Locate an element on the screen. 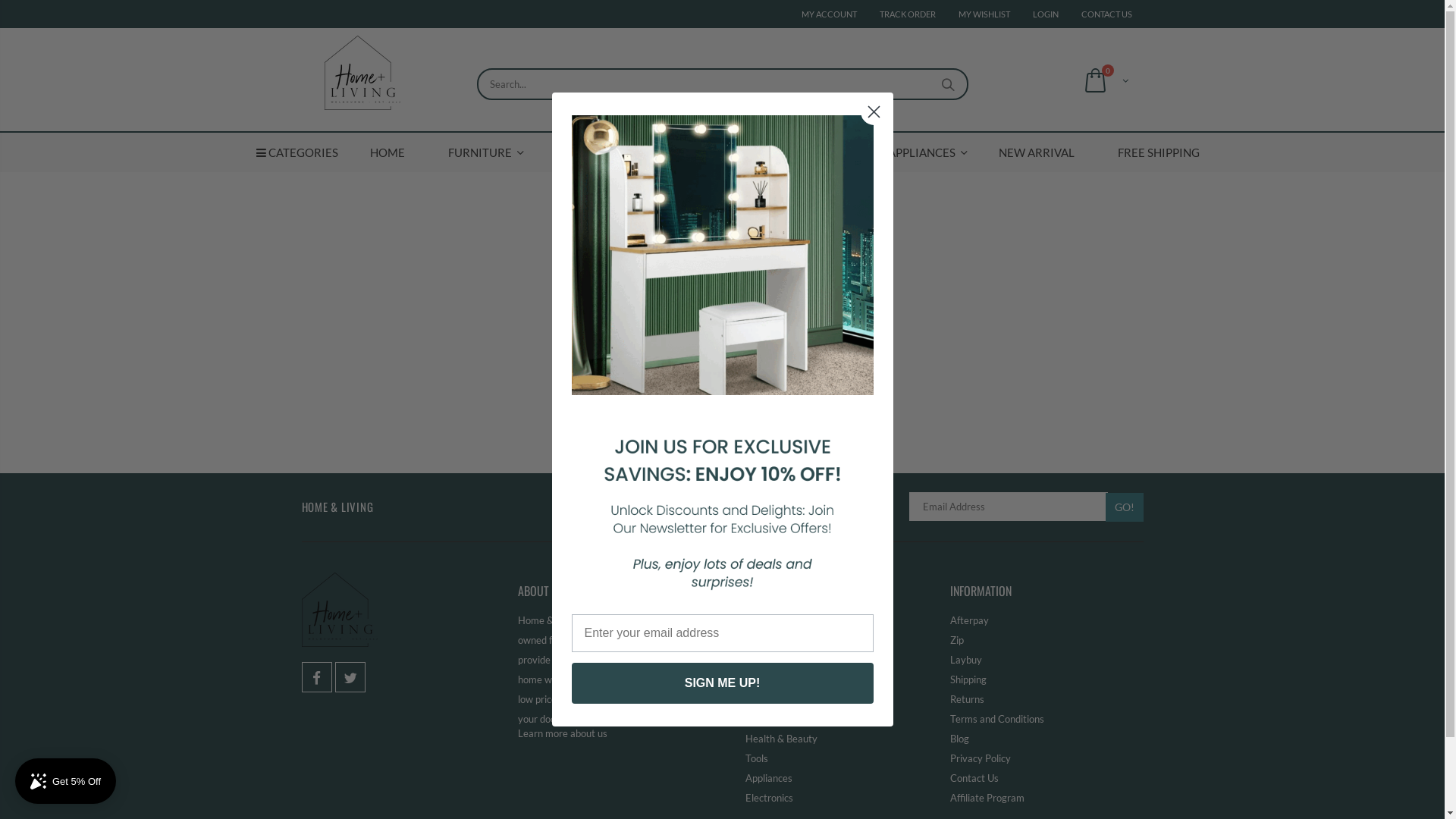 The height and width of the screenshot is (819, 1456). 'LOGIN' is located at coordinates (1044, 14).